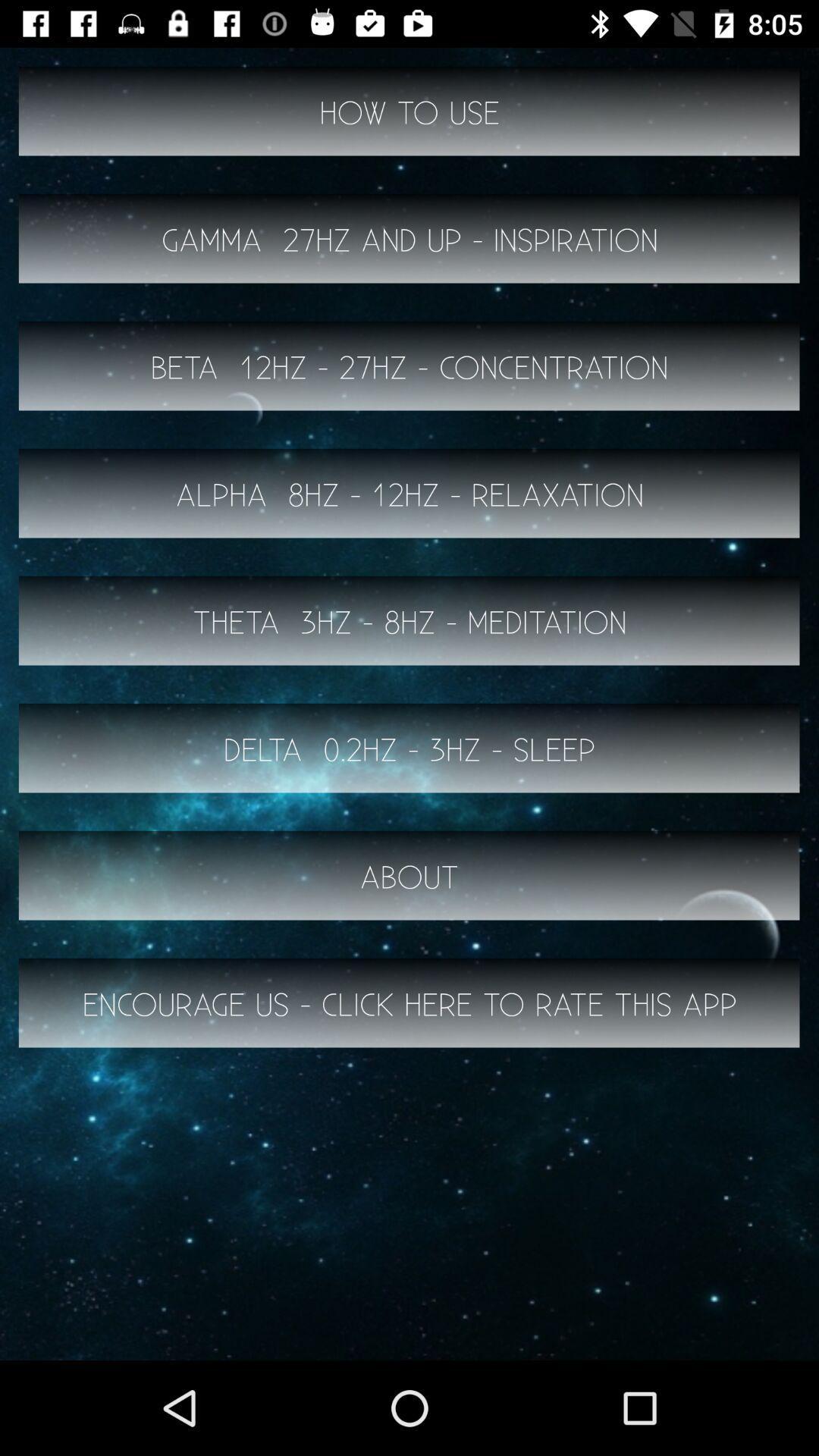 The height and width of the screenshot is (1456, 819). What do you see at coordinates (409, 1003) in the screenshot?
I see `the button below the about` at bounding box center [409, 1003].